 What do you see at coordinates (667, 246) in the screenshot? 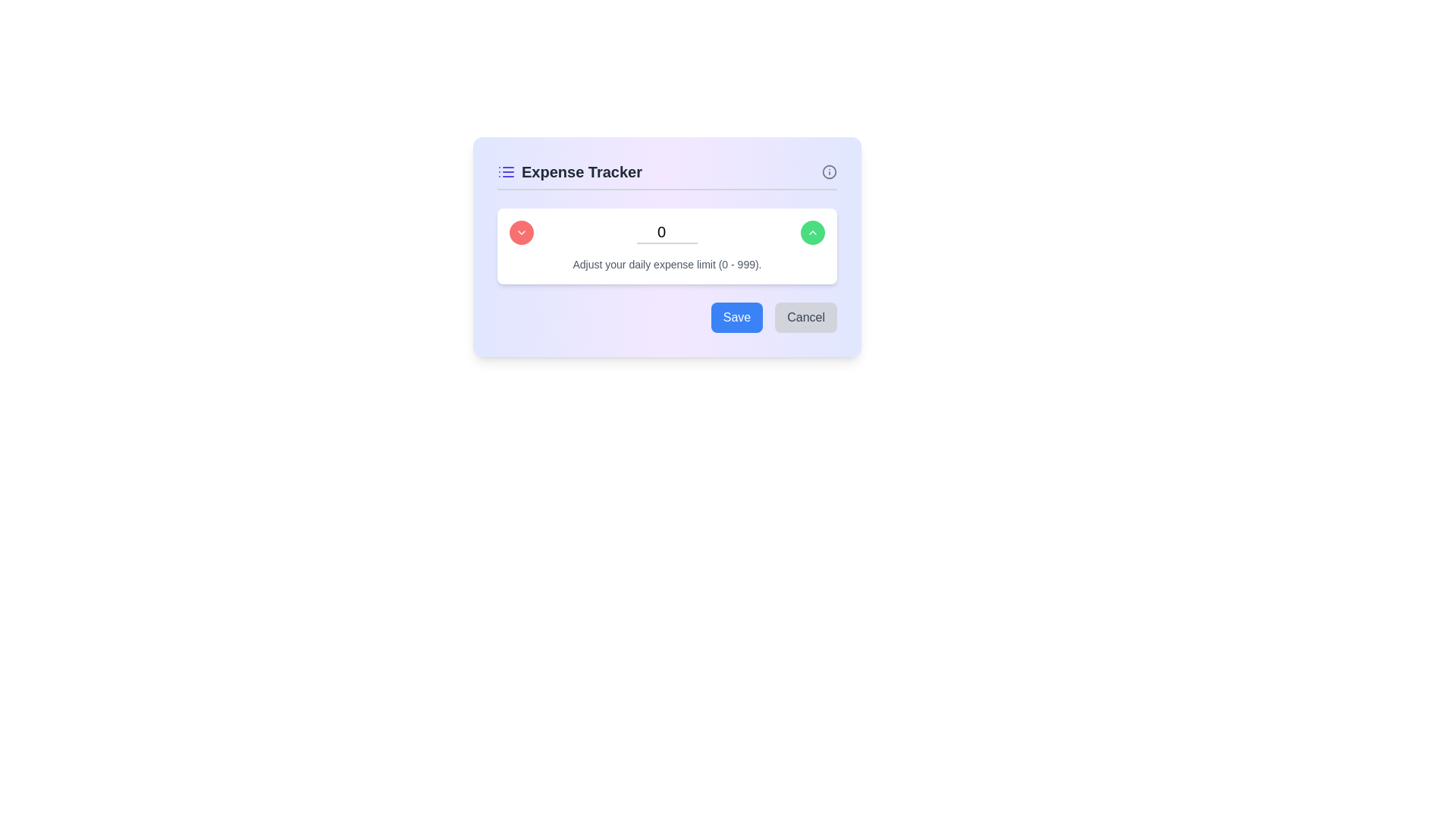
I see `the buttons inside the Expense Tracker panel with a gradient background transitioning from indigo to purple` at bounding box center [667, 246].